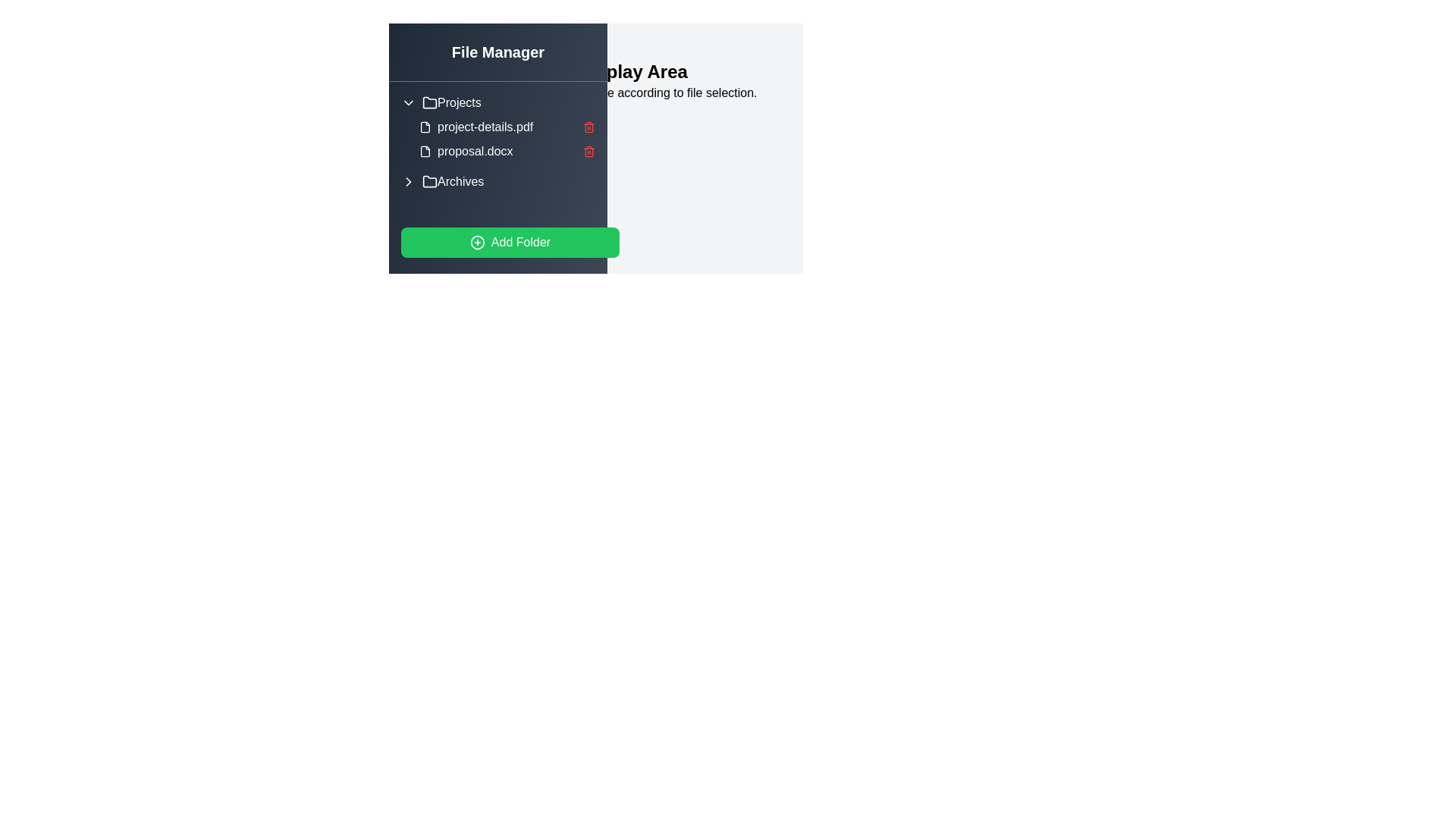 The image size is (1456, 819). I want to click on the folder-shaped icon representing a directory in the 'Archives' section of the file manager interface to interact with it, so click(428, 180).